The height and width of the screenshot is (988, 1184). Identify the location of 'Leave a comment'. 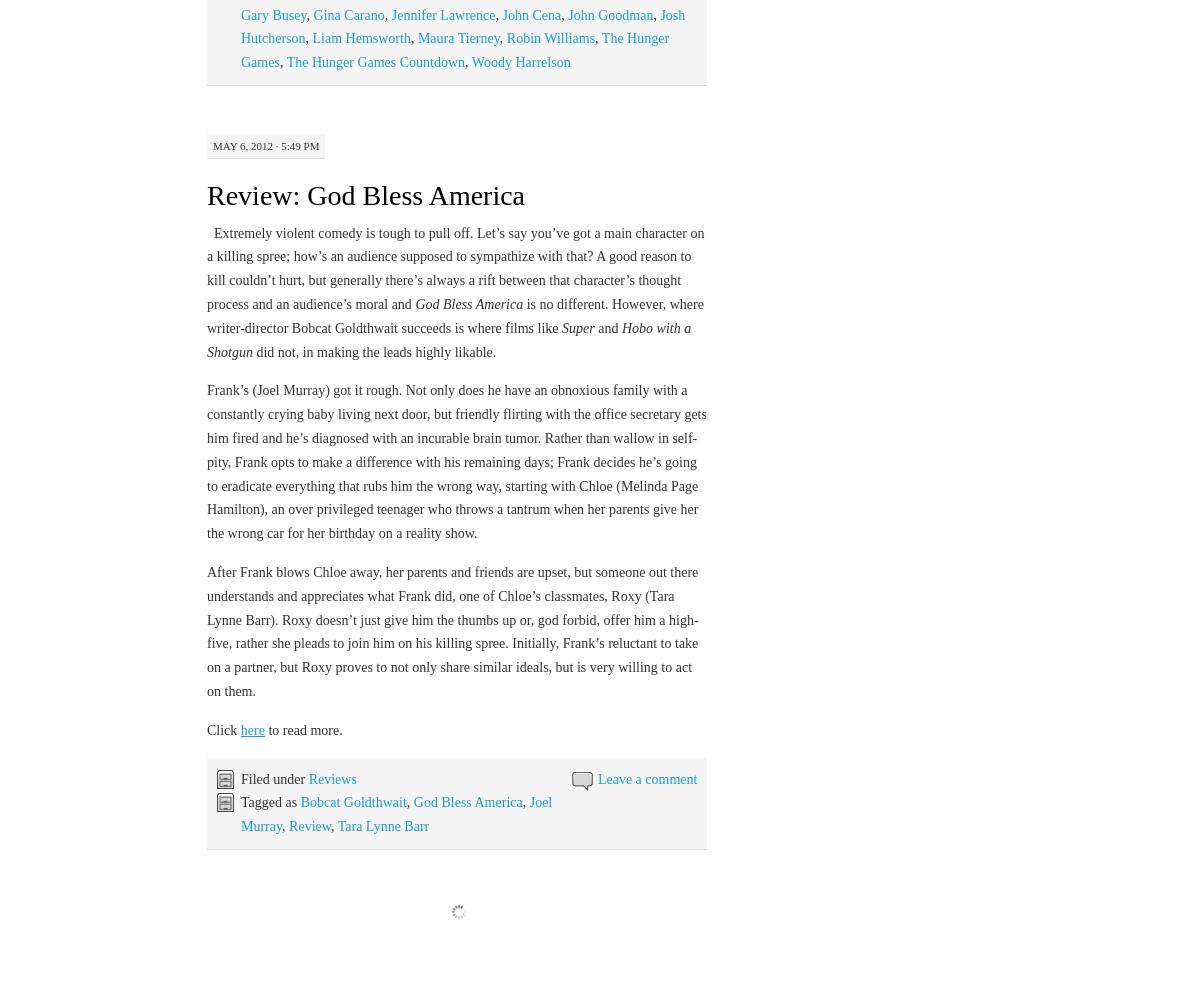
(646, 777).